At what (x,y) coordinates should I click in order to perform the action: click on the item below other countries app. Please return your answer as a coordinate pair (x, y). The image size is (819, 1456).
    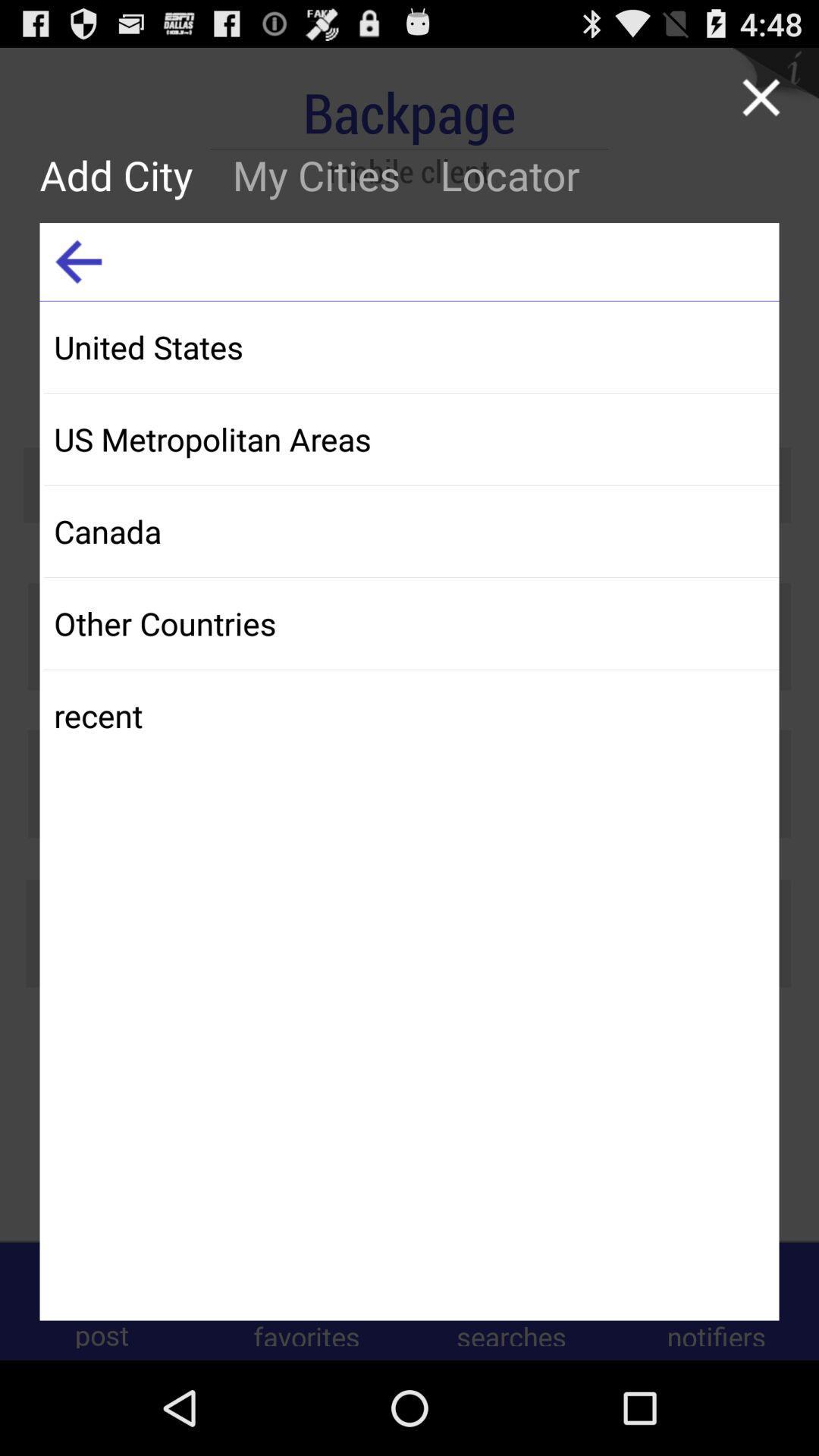
    Looking at the image, I should click on (411, 714).